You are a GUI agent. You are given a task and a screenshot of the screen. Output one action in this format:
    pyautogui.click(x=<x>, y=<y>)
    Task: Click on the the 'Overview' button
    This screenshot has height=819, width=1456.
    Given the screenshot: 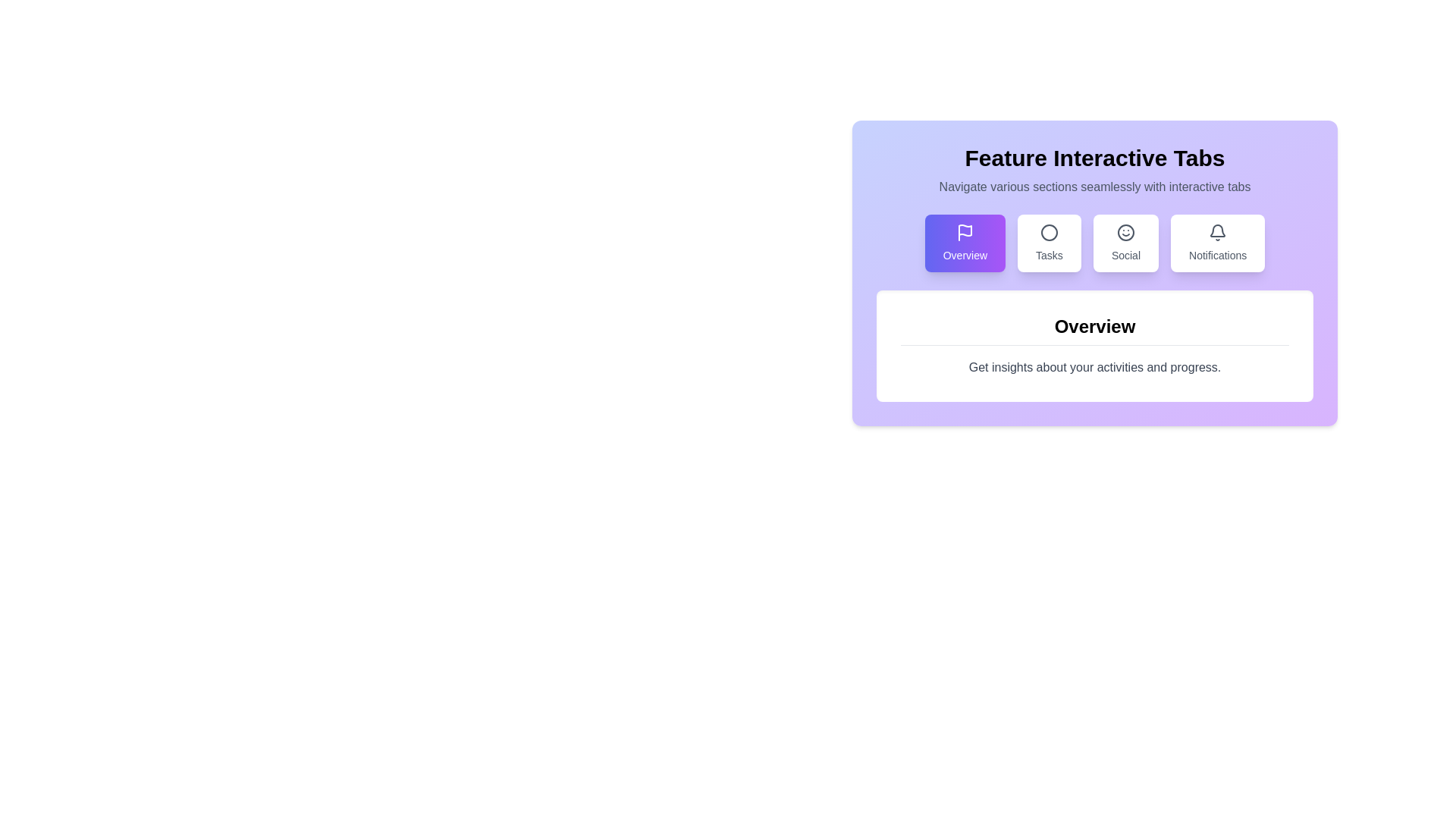 What is the action you would take?
    pyautogui.click(x=964, y=242)
    